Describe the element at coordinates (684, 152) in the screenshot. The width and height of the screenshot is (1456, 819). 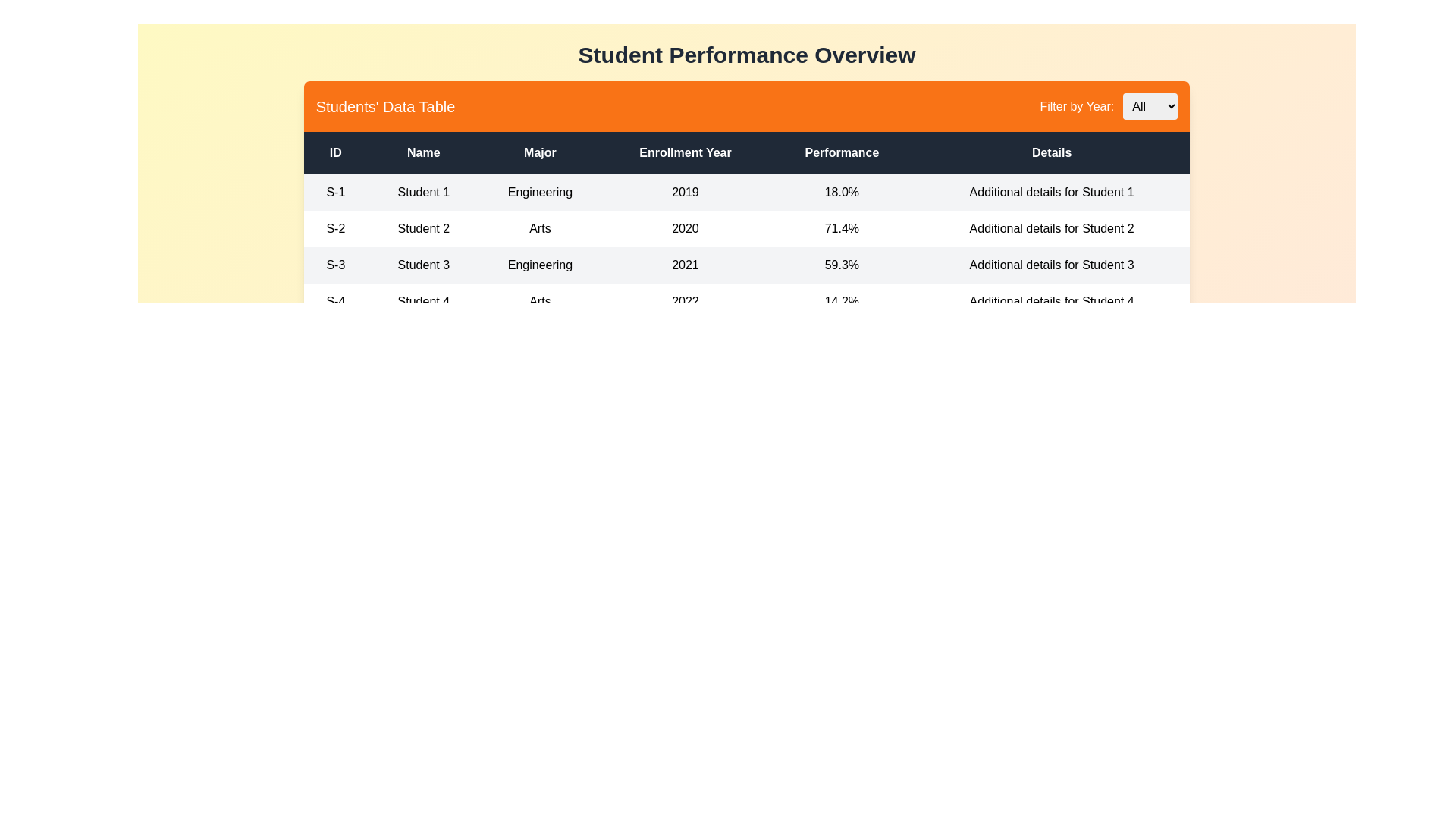
I see `the column header Enrollment Year to sort the table by that column` at that location.